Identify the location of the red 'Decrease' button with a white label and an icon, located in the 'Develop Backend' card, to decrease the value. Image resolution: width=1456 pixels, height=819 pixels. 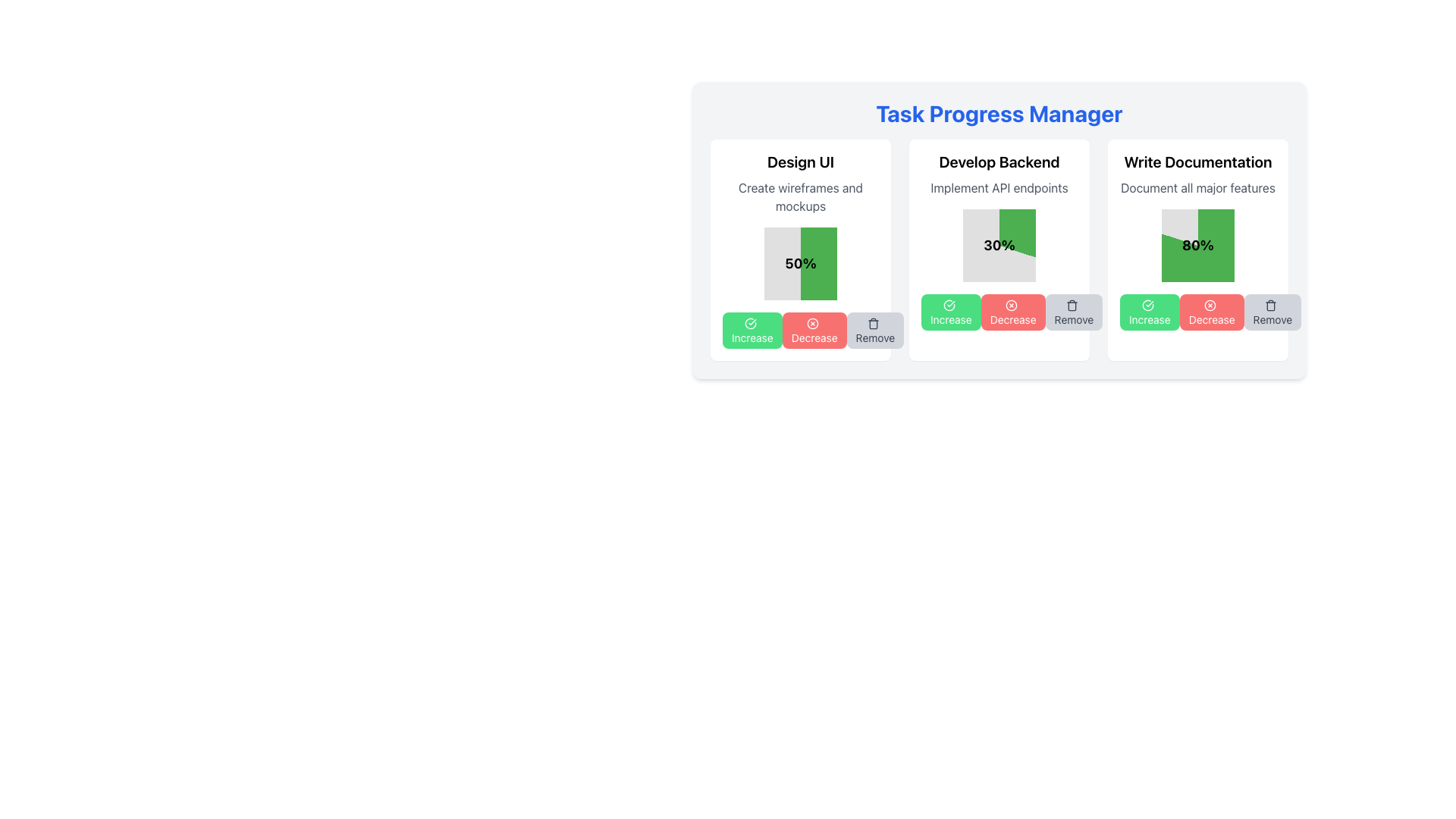
(999, 312).